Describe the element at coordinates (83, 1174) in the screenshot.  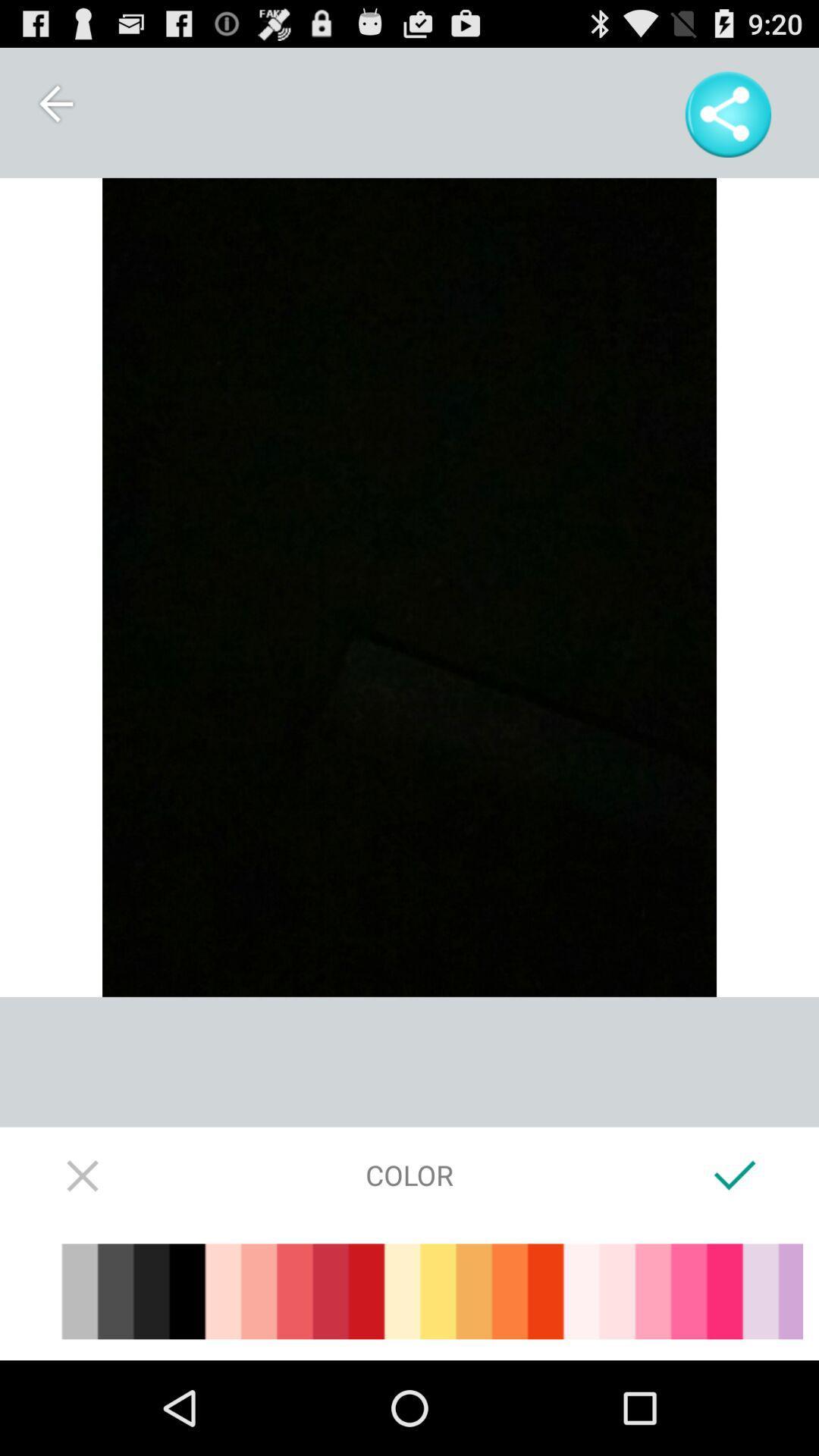
I see `the item at the bottom left corner` at that location.